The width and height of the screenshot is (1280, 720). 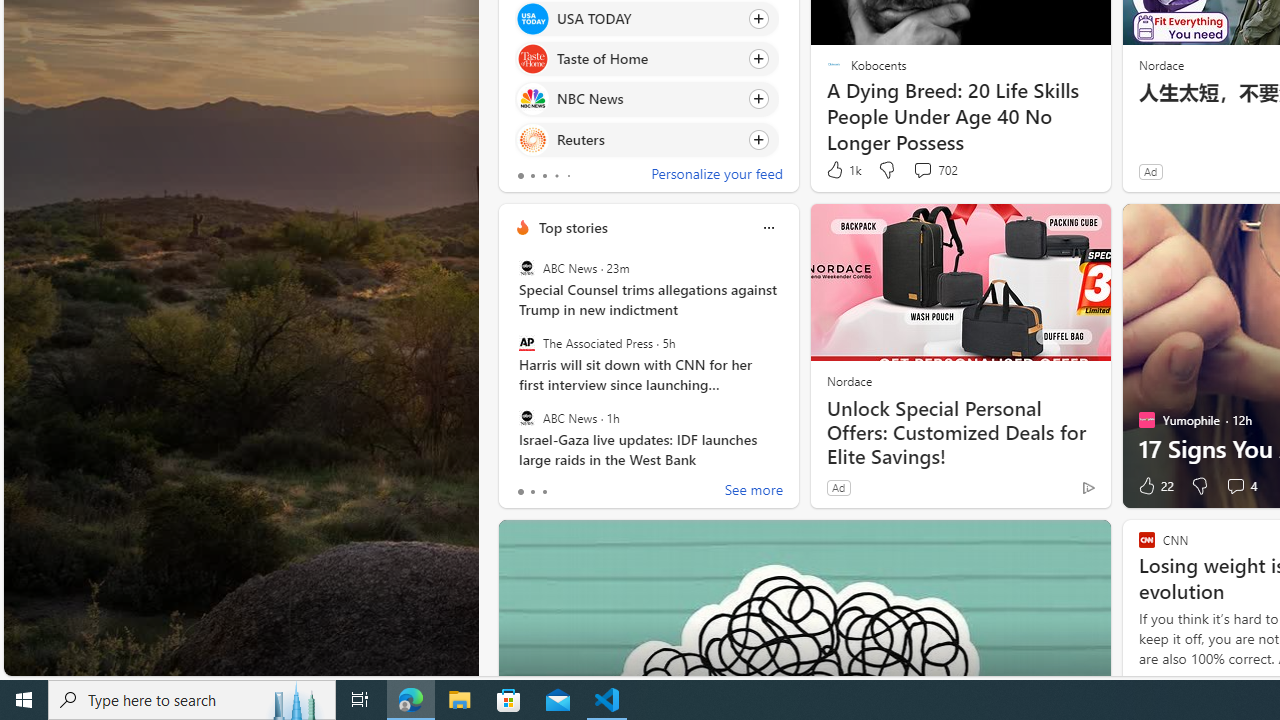 I want to click on 'tab-0', so click(x=520, y=492).